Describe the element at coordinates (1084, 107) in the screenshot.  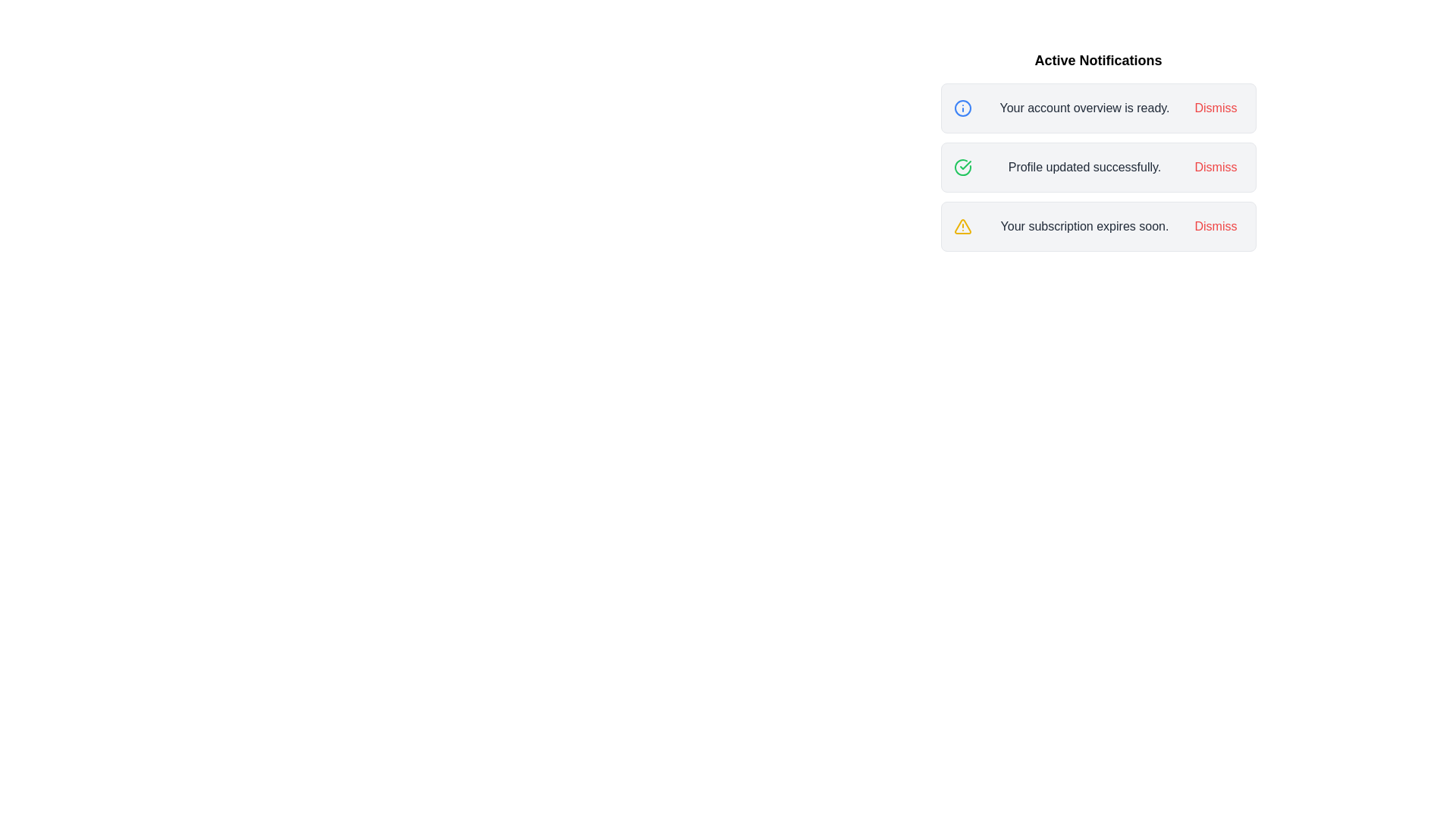
I see `the text of the notification with message 'Your account overview is ready.'` at that location.